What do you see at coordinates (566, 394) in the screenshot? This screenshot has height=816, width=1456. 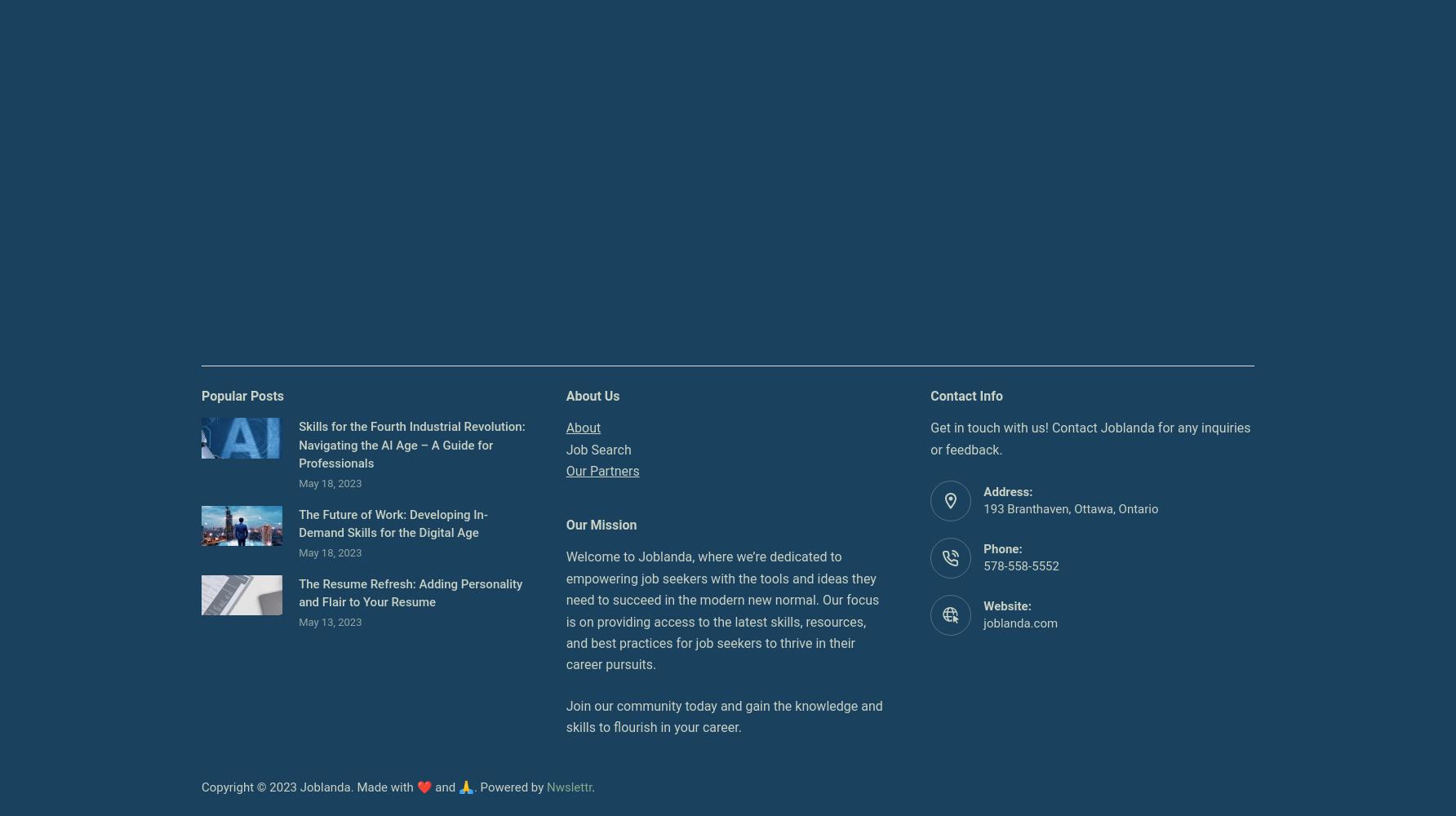 I see `'About Us'` at bounding box center [566, 394].